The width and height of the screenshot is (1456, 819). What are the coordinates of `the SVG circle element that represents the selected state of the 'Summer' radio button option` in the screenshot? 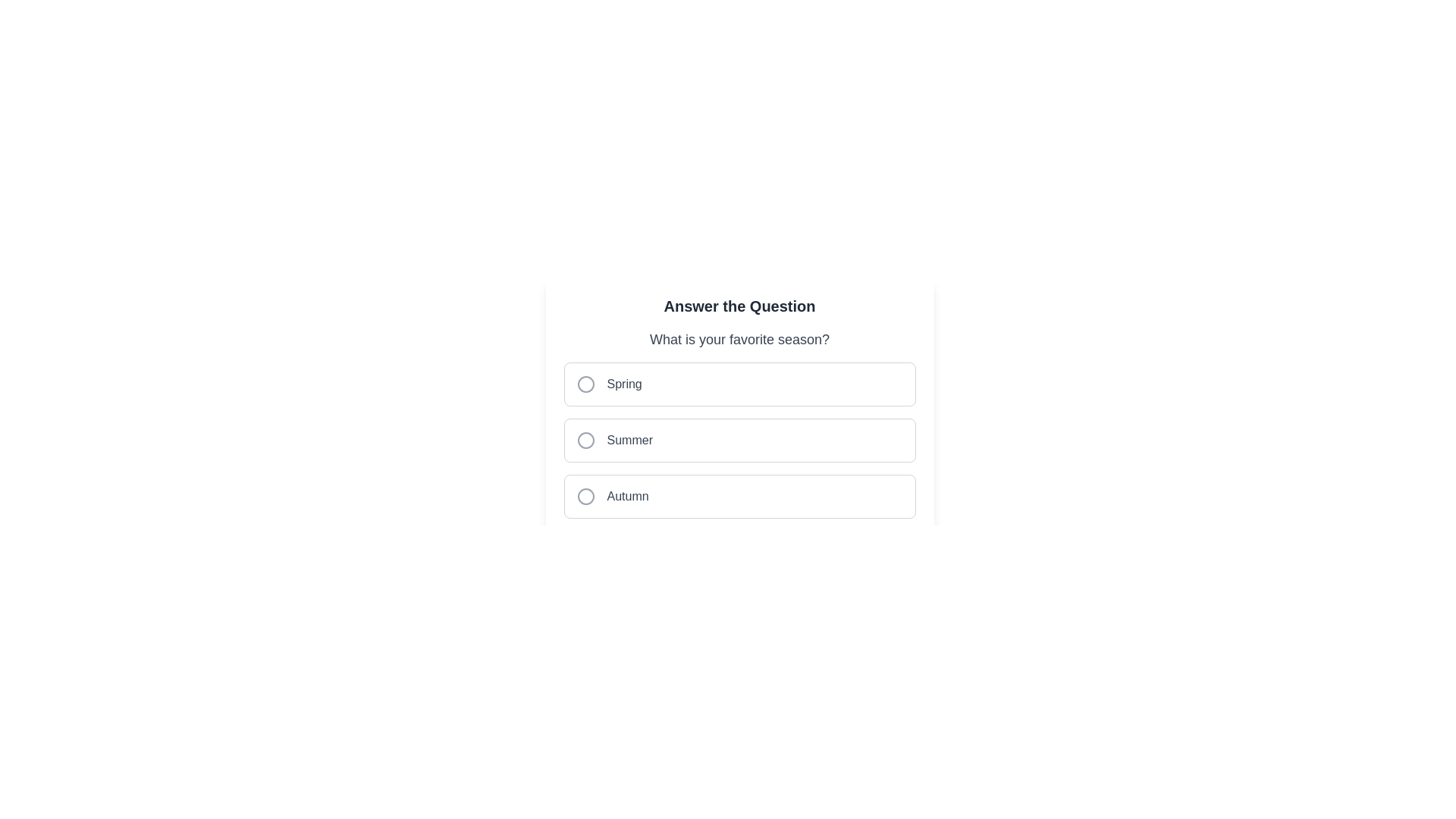 It's located at (585, 441).